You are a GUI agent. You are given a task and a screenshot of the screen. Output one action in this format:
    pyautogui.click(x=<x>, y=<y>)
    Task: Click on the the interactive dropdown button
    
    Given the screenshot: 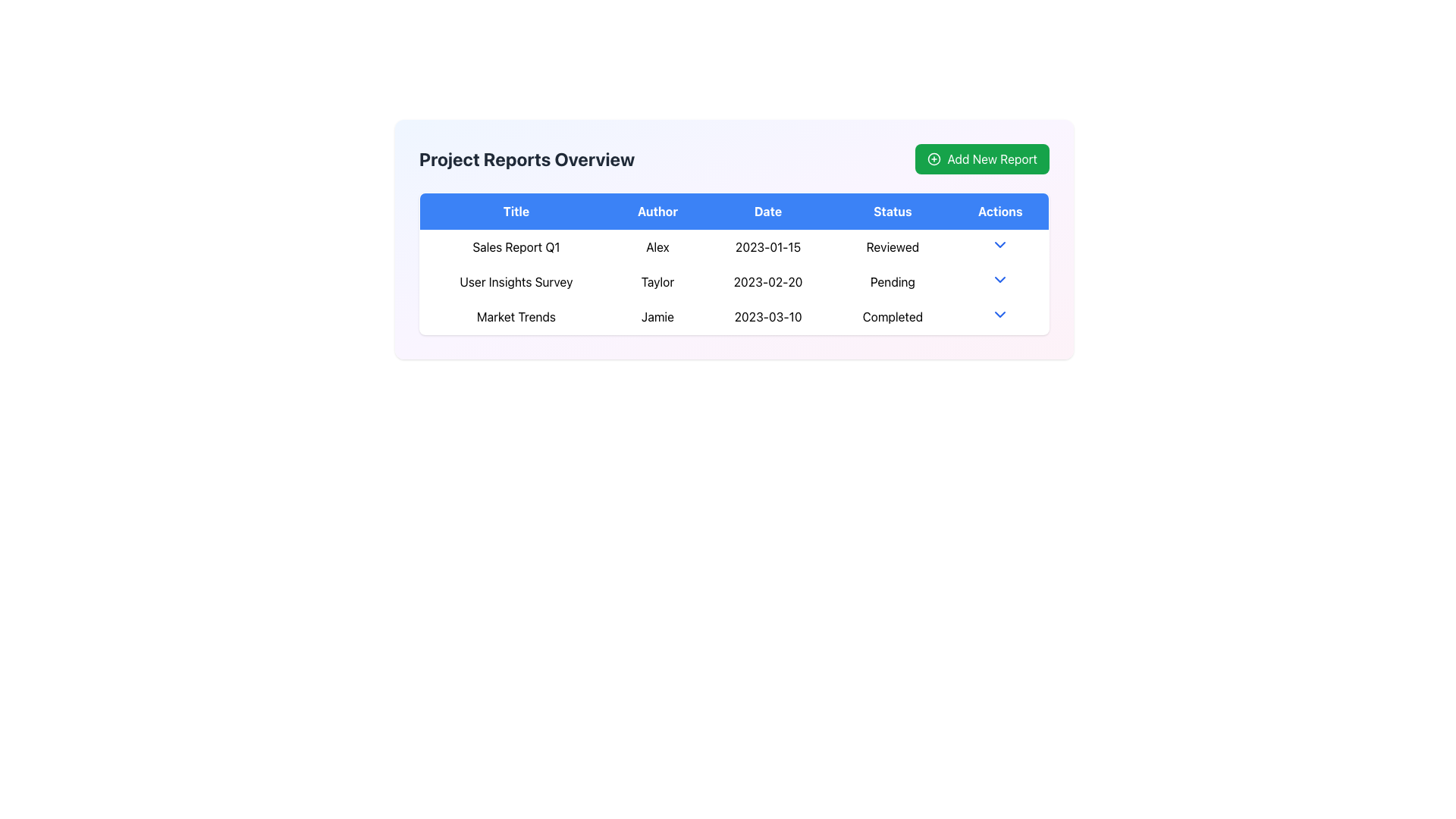 What is the action you would take?
    pyautogui.click(x=1000, y=316)
    